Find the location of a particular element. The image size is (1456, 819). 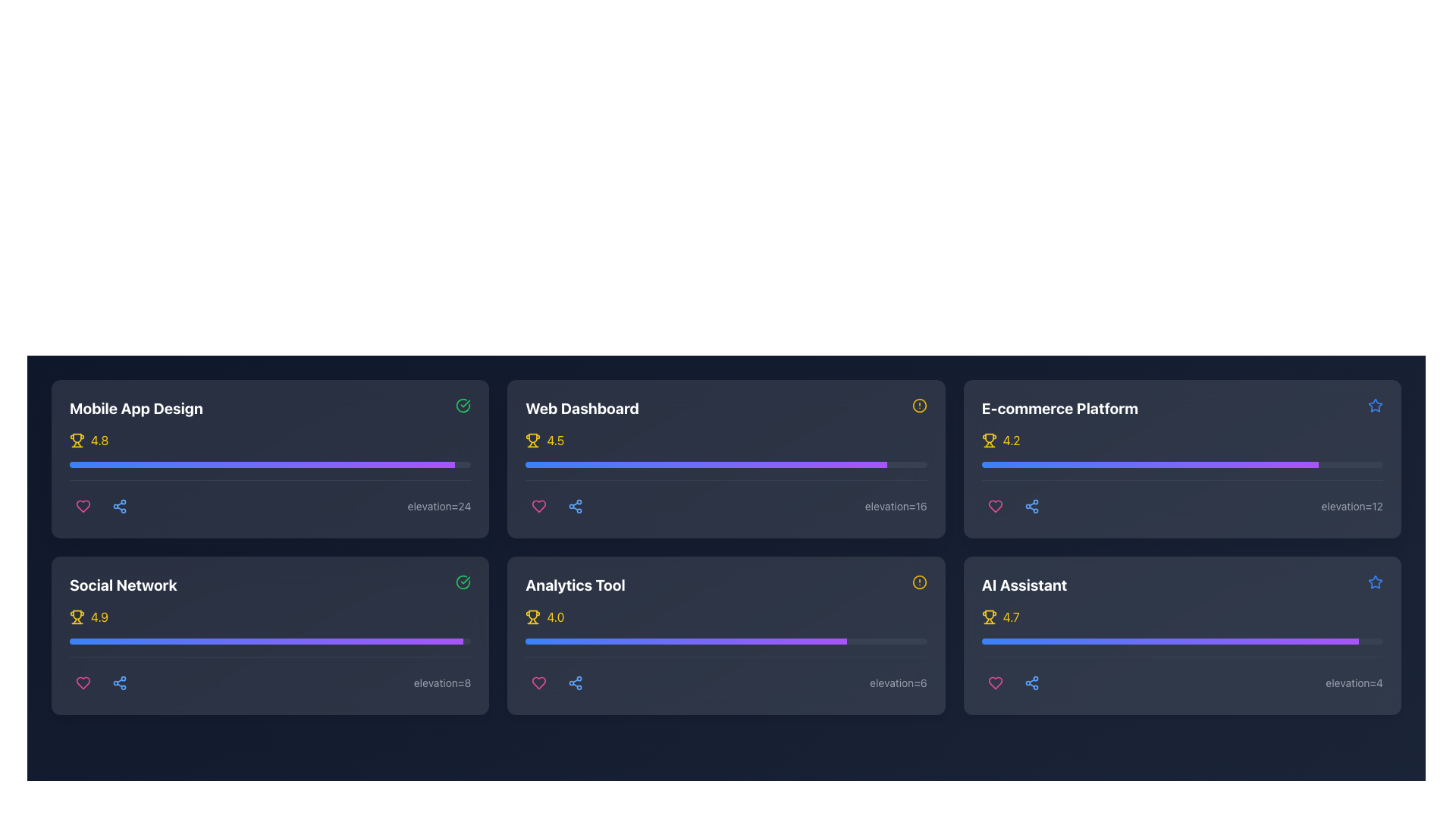

the progress status of the progress bar located beneath the rating of 4.8 and the trophy icon within the 'Mobile App Design' card is located at coordinates (270, 475).